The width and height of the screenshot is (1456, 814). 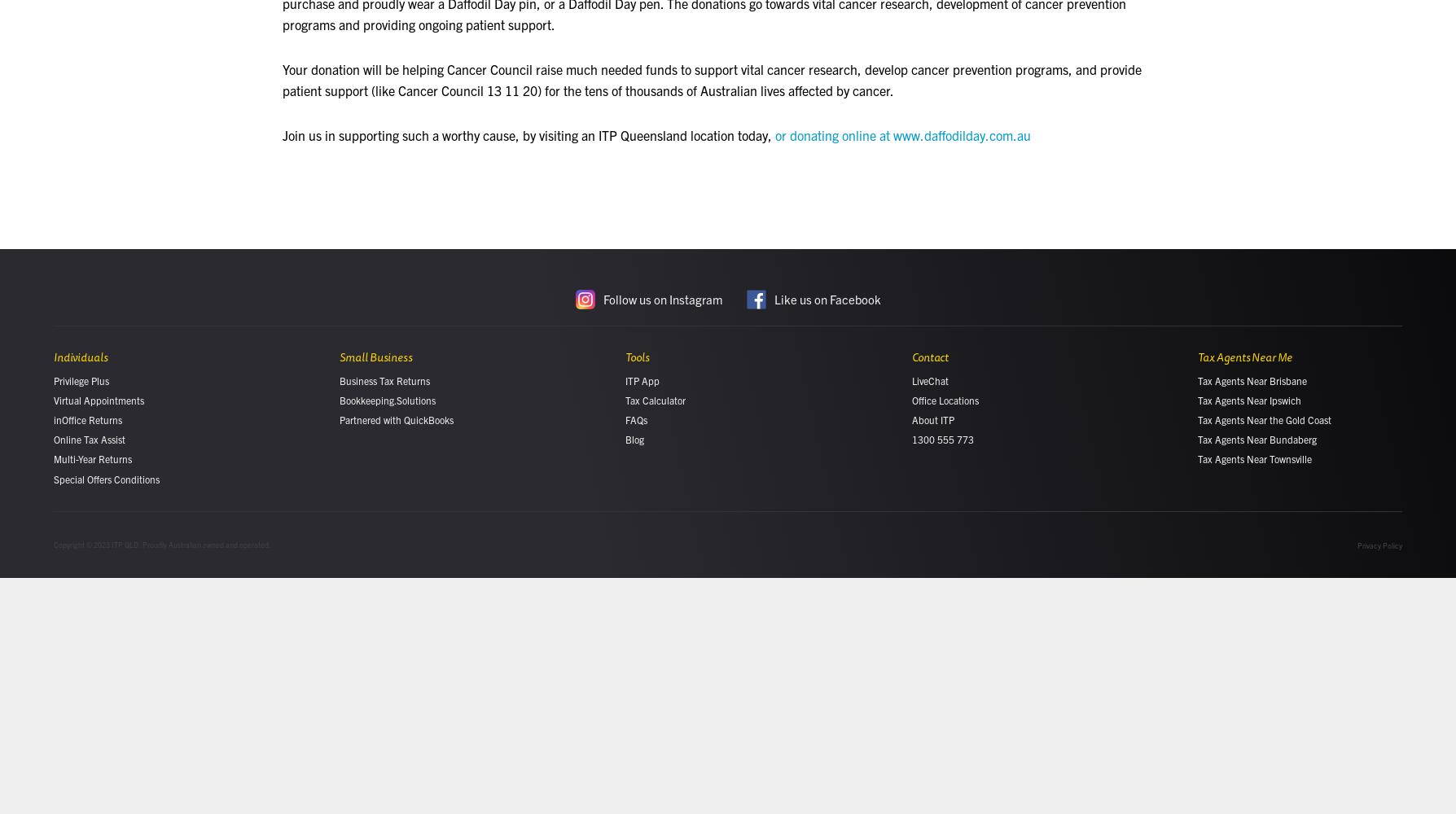 What do you see at coordinates (86, 419) in the screenshot?
I see `'inOffice Returns'` at bounding box center [86, 419].